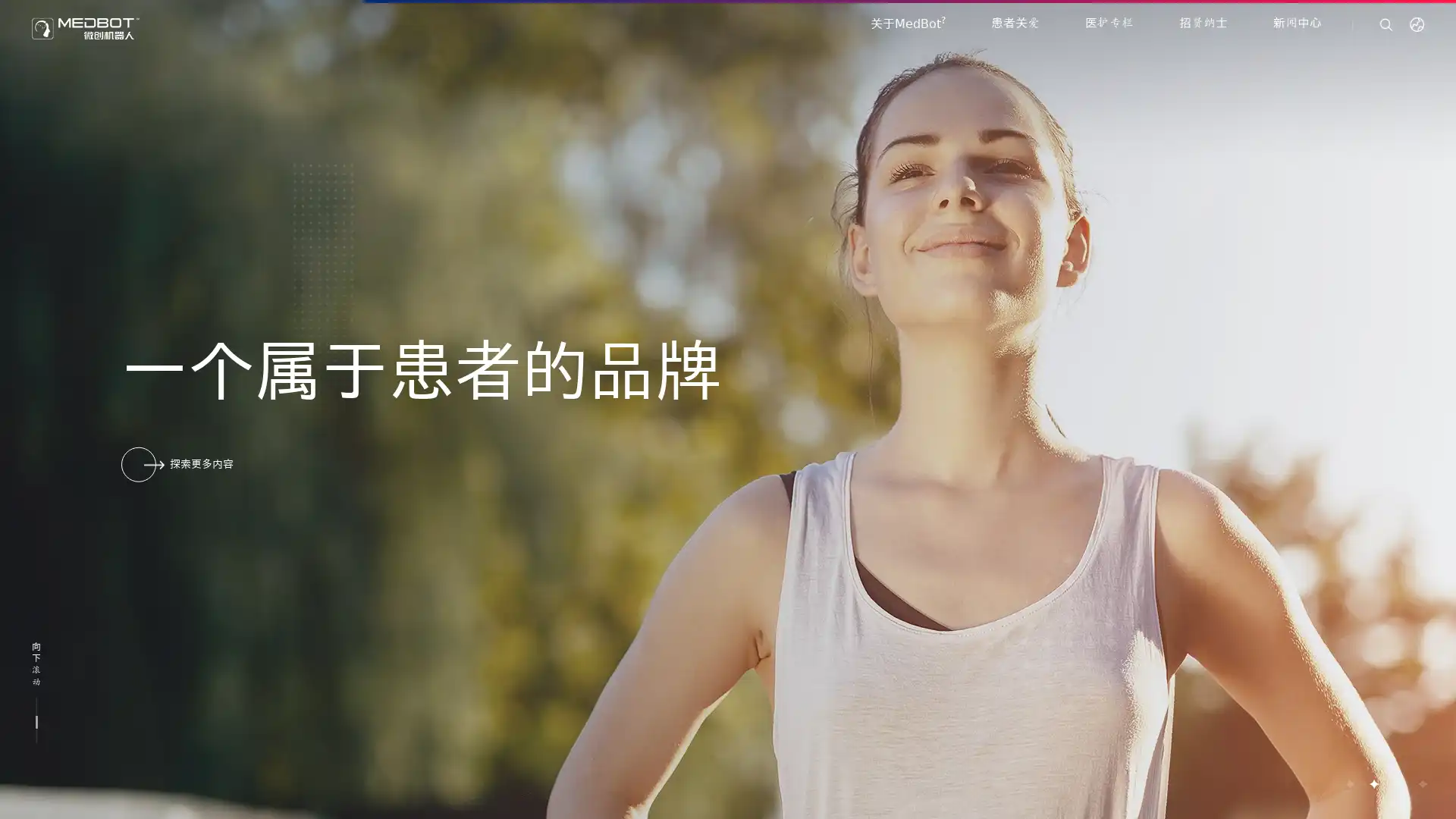 This screenshot has height=819, width=1456. Describe the element at coordinates (1397, 783) in the screenshot. I see `Go to slide 3` at that location.